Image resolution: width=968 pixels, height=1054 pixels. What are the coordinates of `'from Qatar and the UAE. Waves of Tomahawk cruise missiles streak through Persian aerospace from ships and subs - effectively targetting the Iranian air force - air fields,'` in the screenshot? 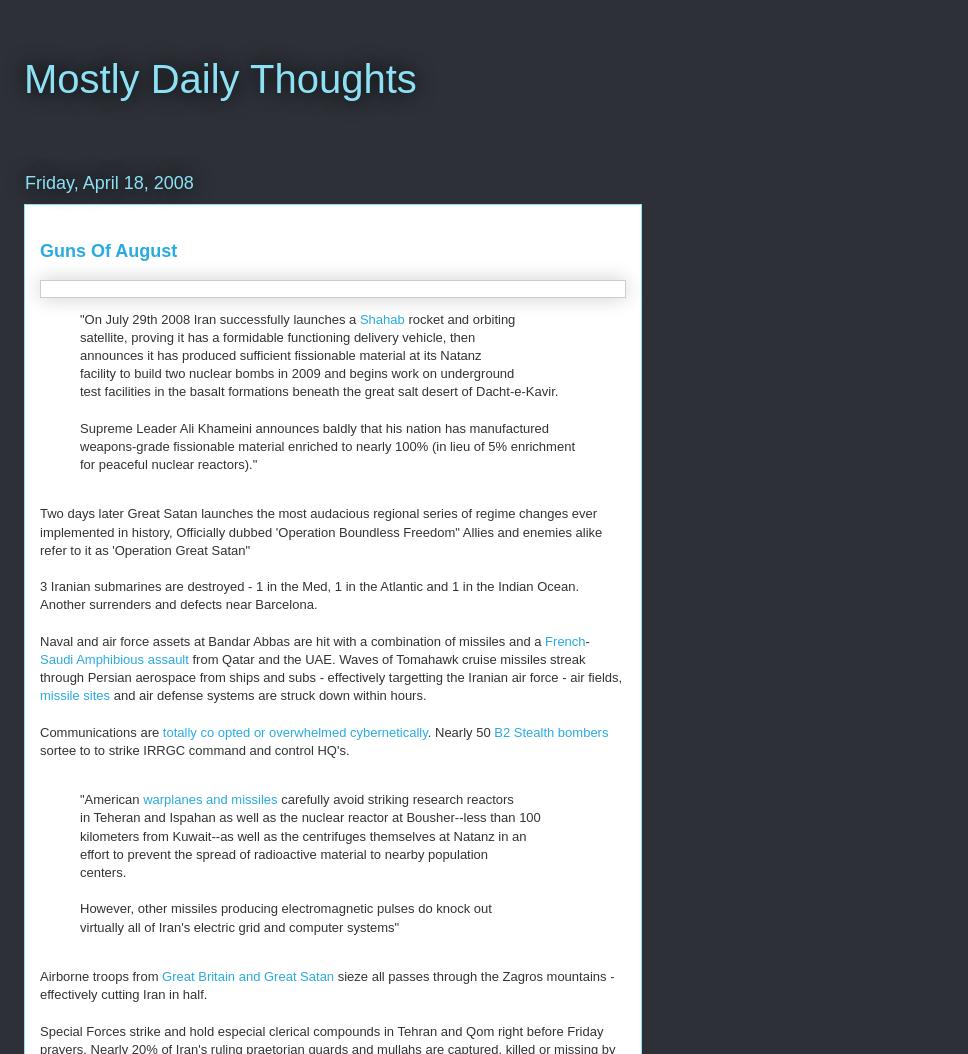 It's located at (330, 668).